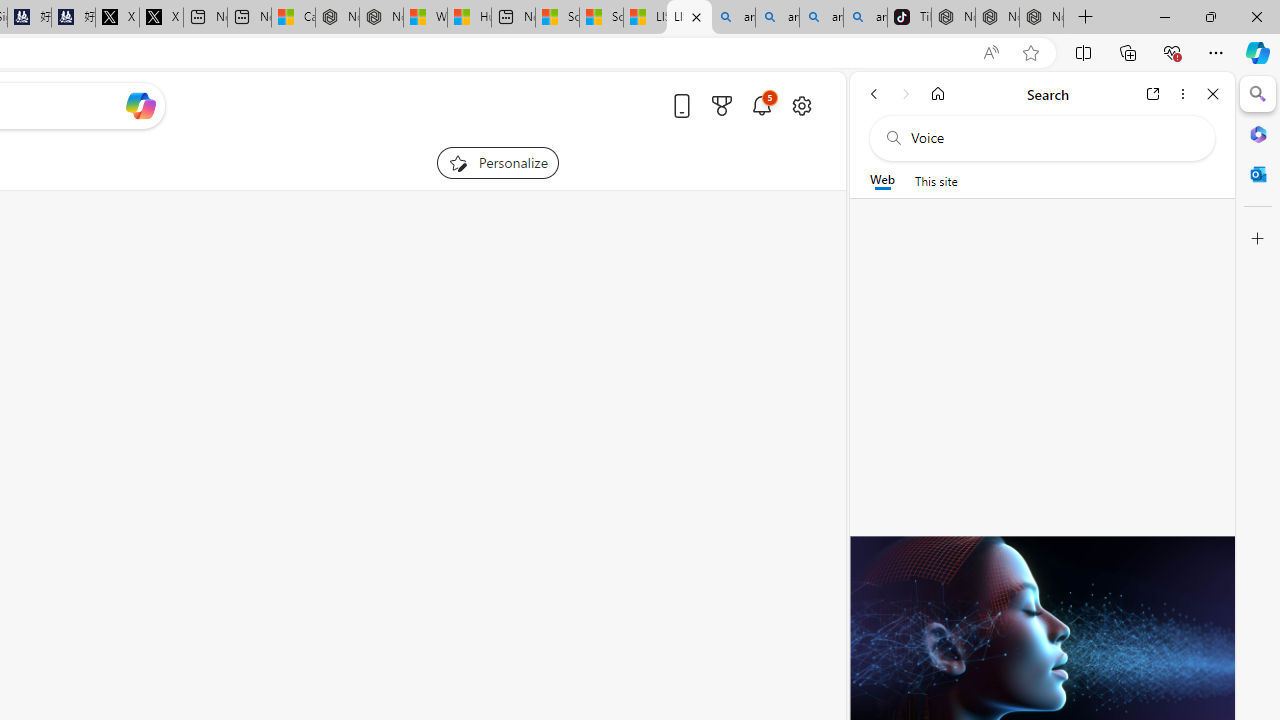 Image resolution: width=1280 pixels, height=720 pixels. Describe the element at coordinates (1040, 17) in the screenshot. I see `'Nordace - Siena Pro 15 Essential Set'` at that location.